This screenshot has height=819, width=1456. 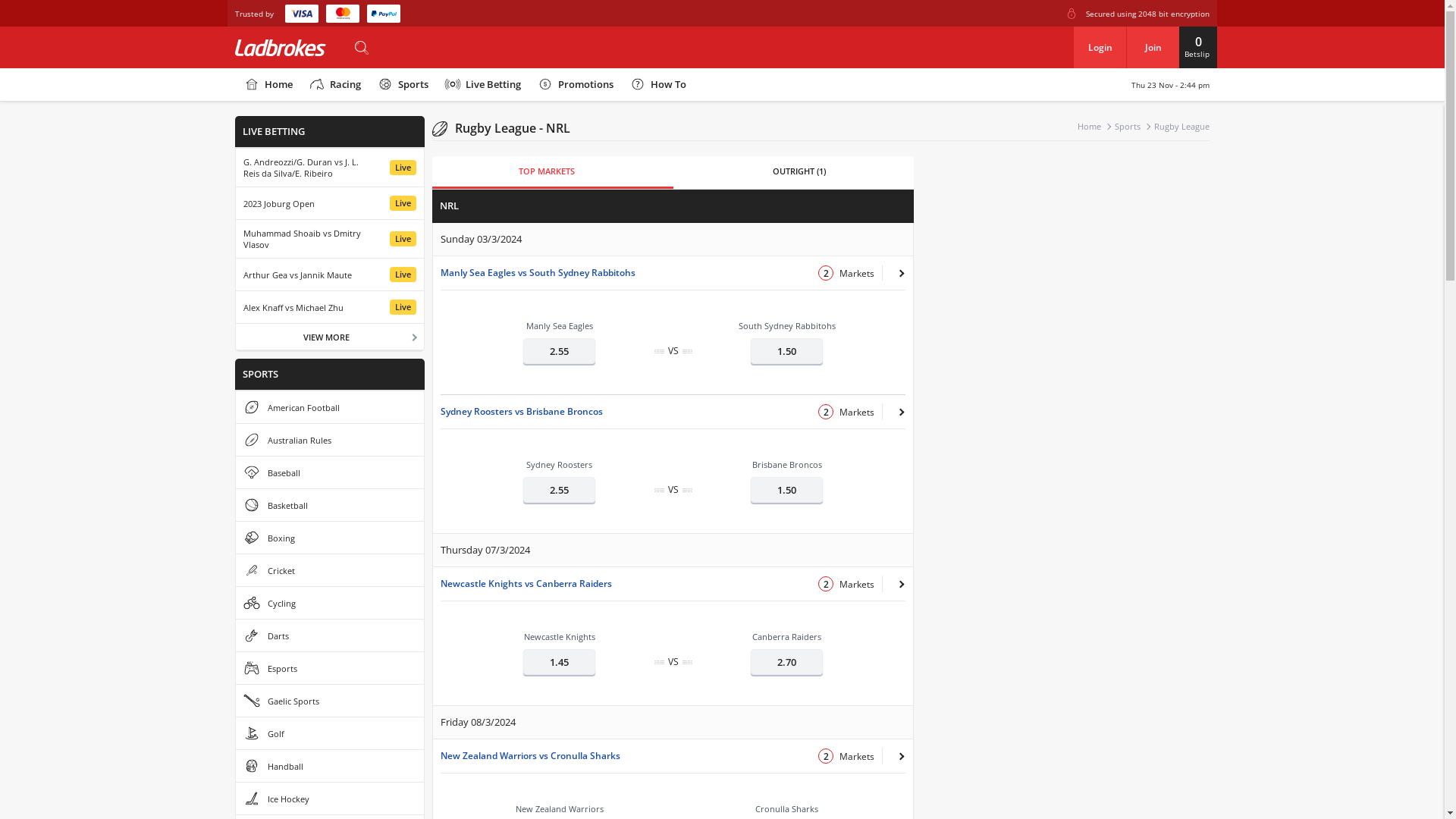 What do you see at coordinates (329, 505) in the screenshot?
I see `'Basketball'` at bounding box center [329, 505].